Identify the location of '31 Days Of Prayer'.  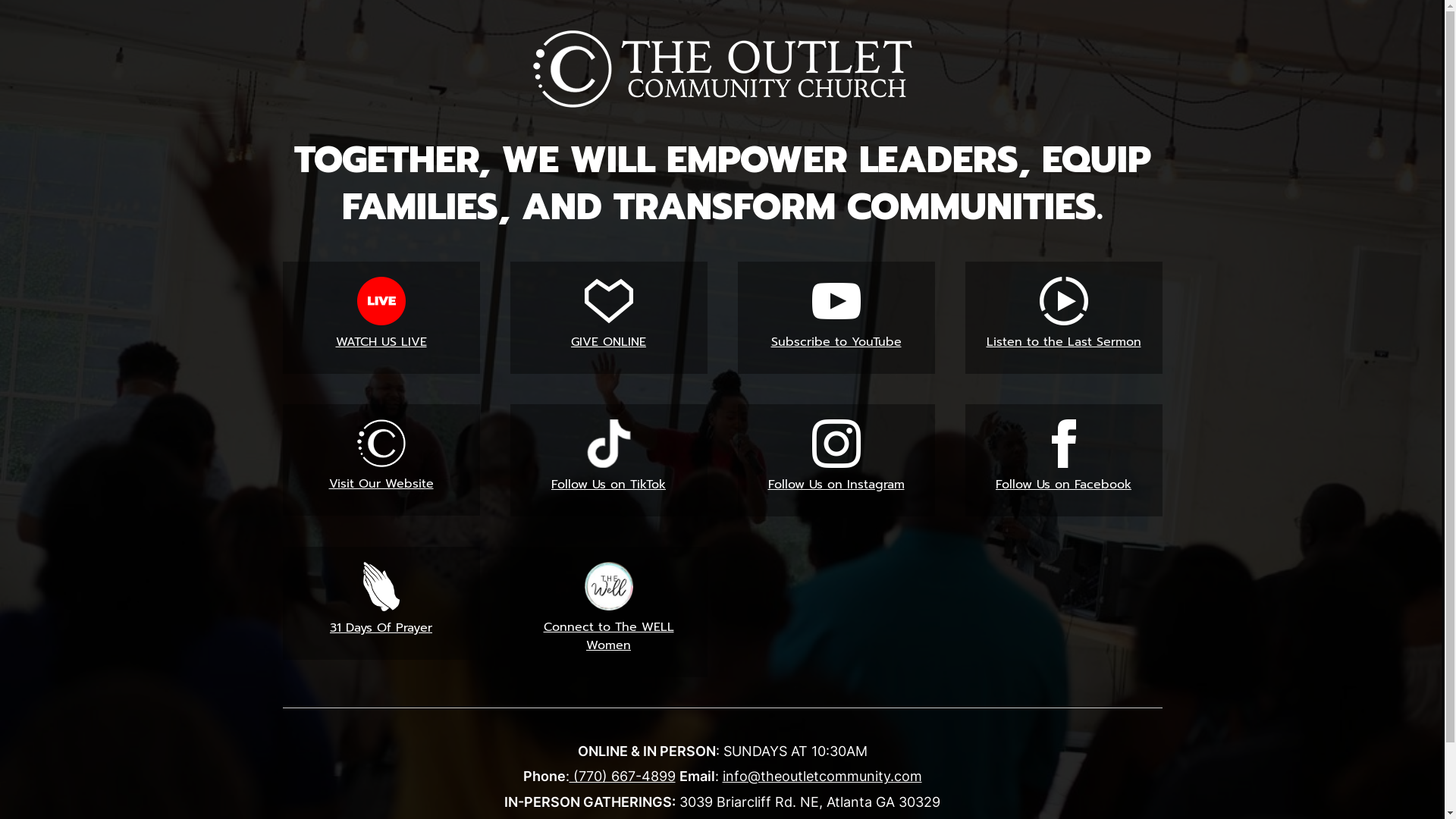
(381, 602).